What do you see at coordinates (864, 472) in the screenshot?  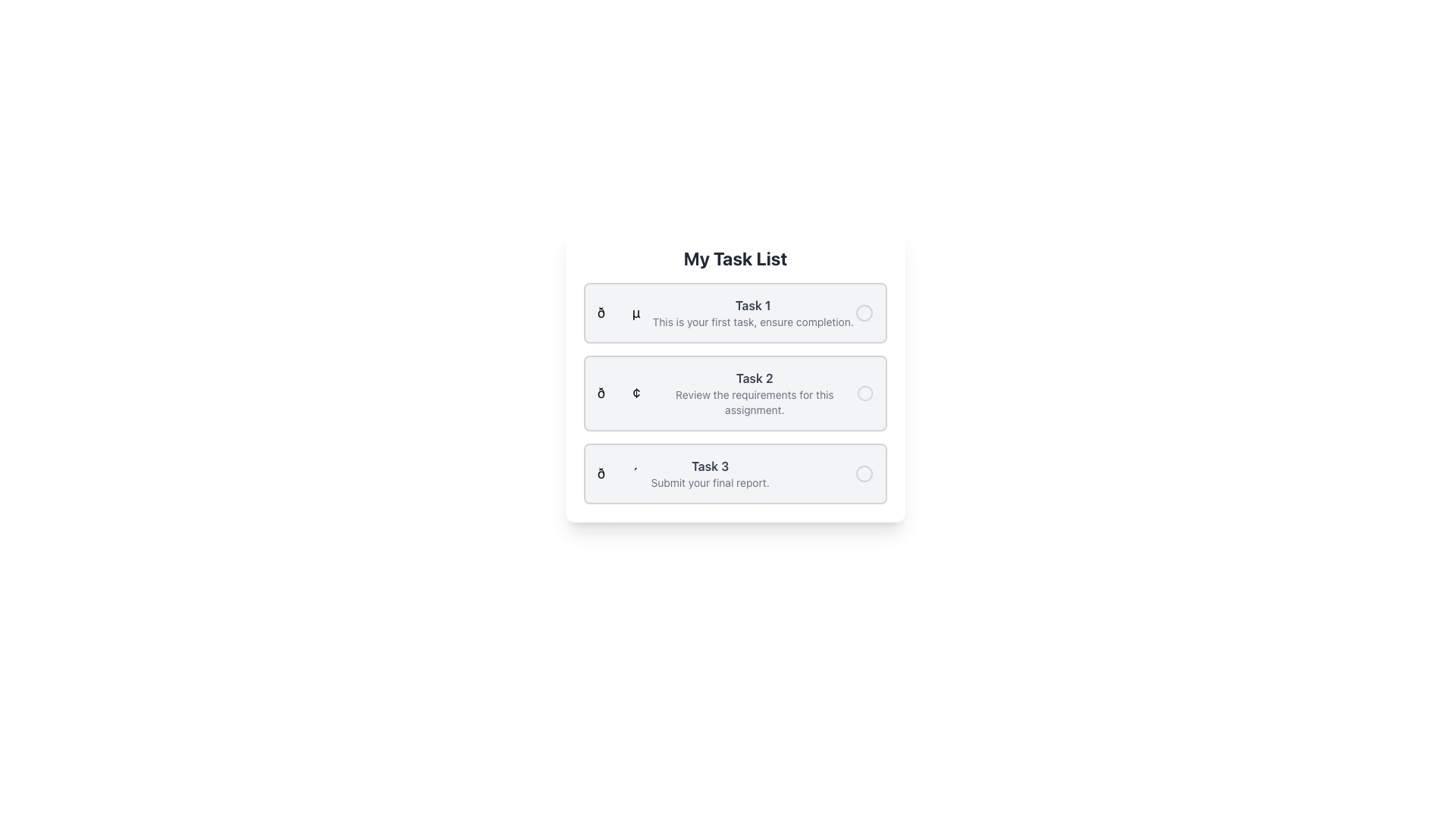 I see `the SVG icon element` at bounding box center [864, 472].